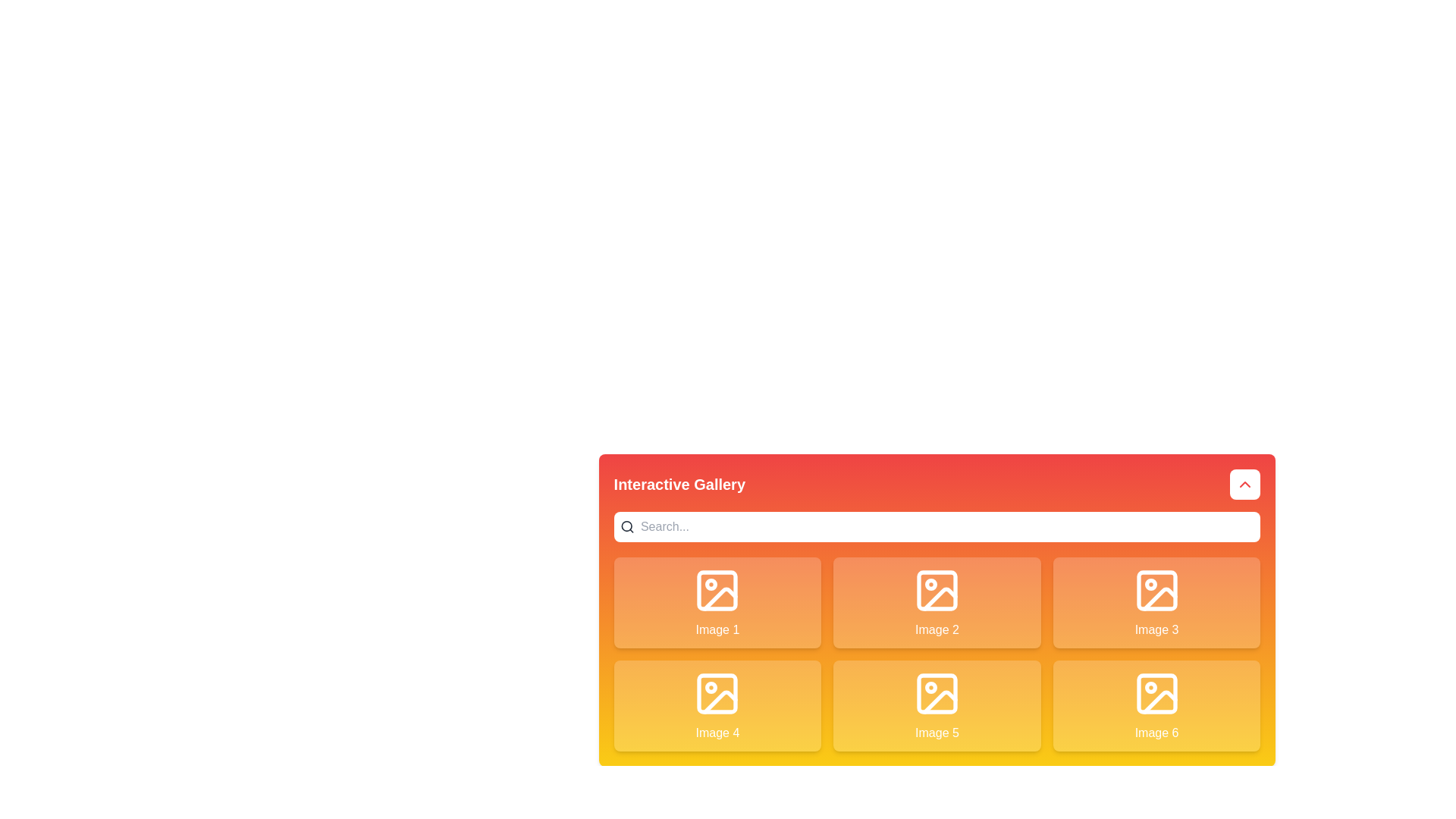  Describe the element at coordinates (1156, 693) in the screenshot. I see `the picture frame icon with a circular detail and diagonal line, located in the bottom-right cell of the 2x3 grid in the 'Interactive Gallery', above the text 'Image 6'` at that location.